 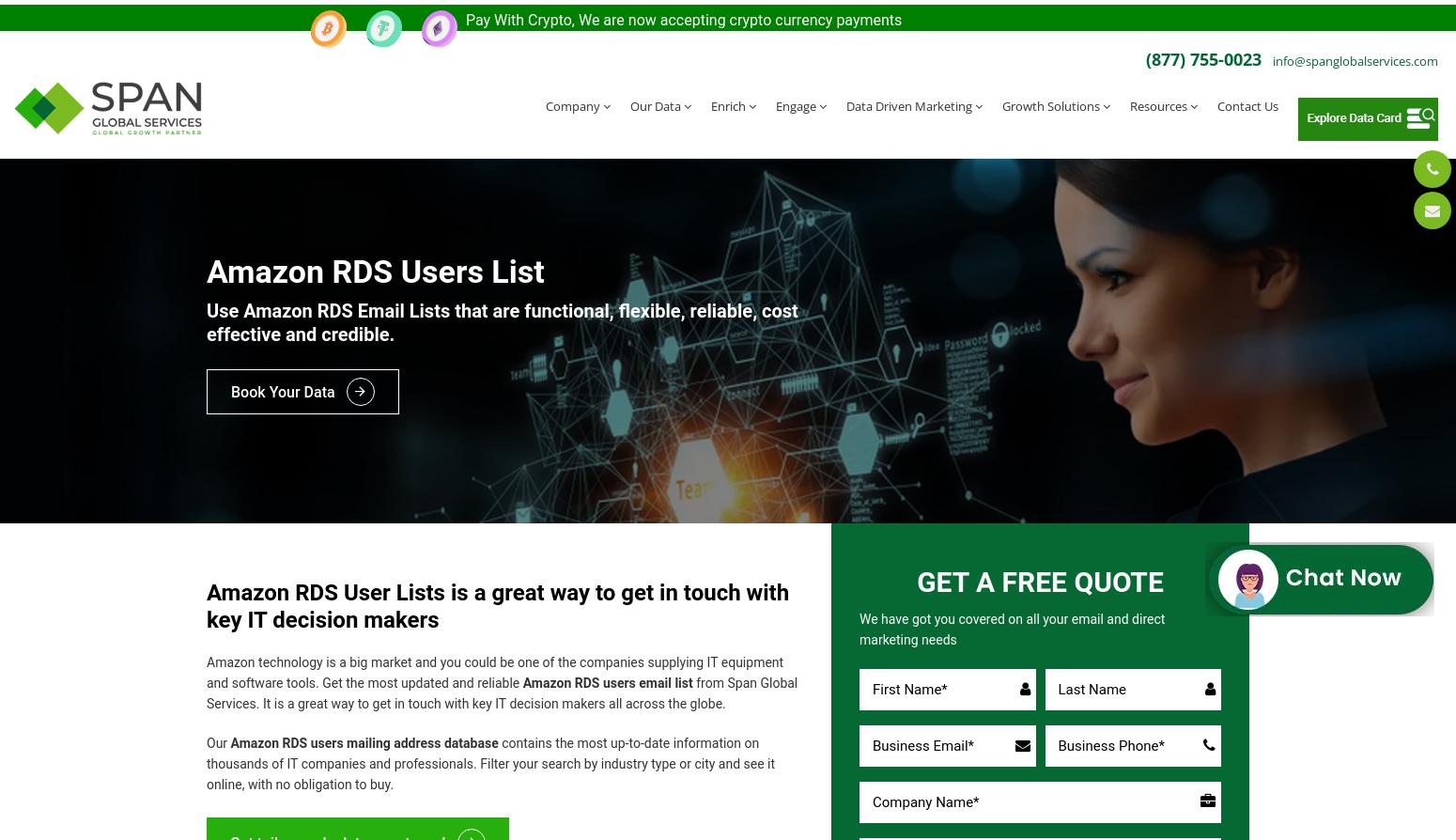 What do you see at coordinates (1355, 55) in the screenshot?
I see `'info@spanglobalservices.com'` at bounding box center [1355, 55].